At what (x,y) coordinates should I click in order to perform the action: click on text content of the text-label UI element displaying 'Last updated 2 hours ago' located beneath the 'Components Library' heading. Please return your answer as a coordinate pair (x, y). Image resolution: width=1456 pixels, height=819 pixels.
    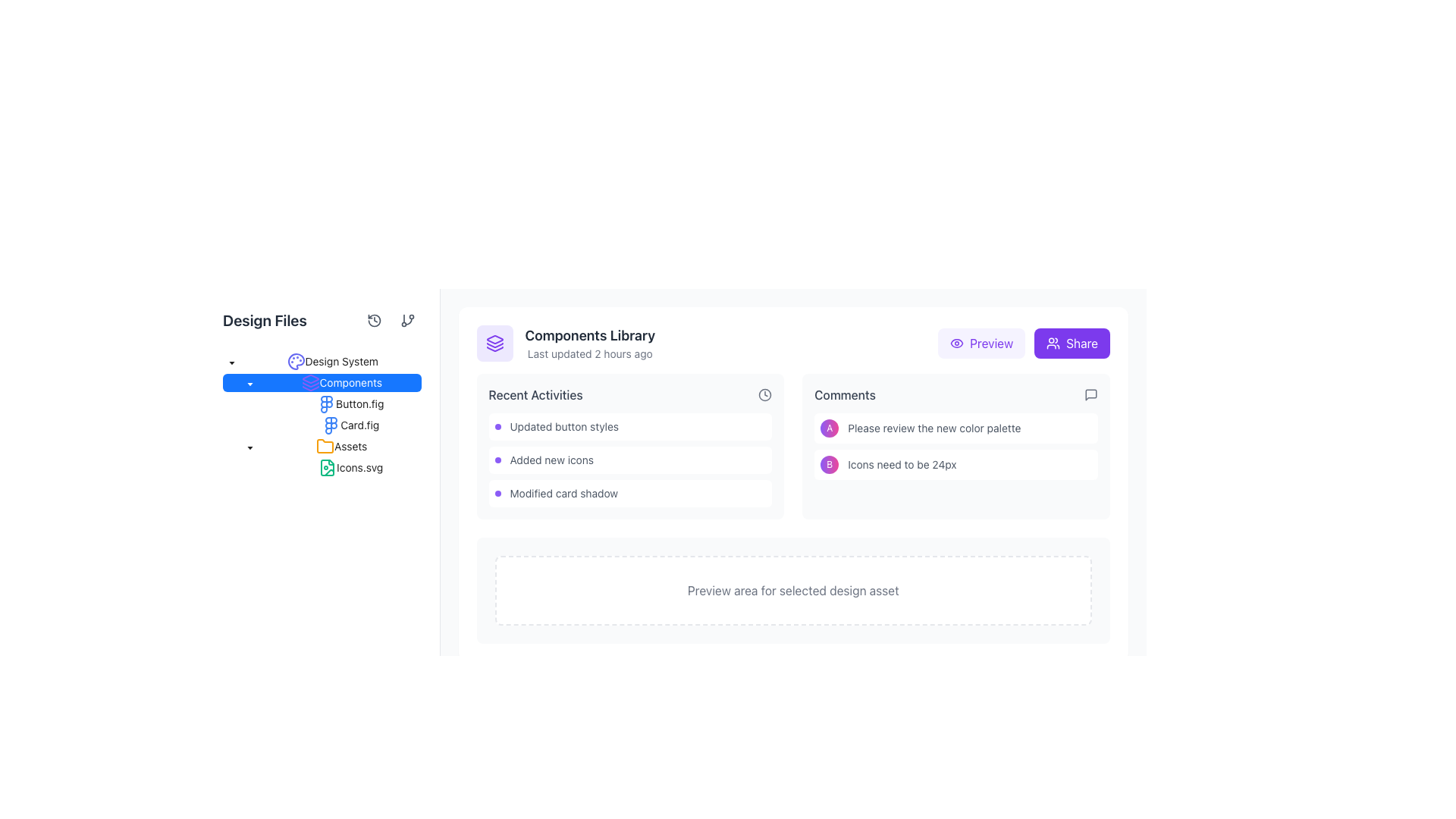
    Looking at the image, I should click on (589, 353).